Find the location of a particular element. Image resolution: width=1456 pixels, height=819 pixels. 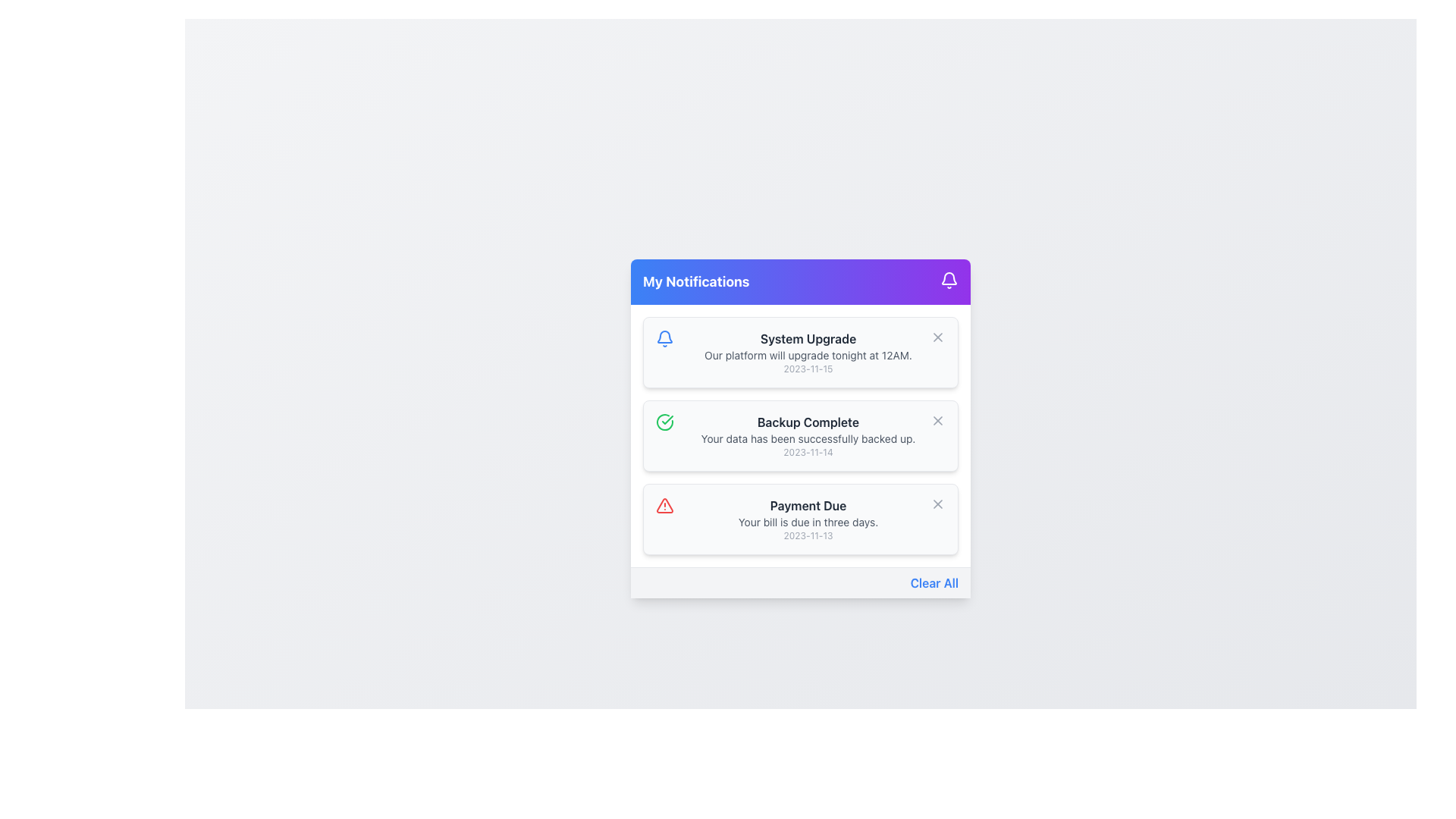

the feedback text indicating that the data backup operation has been successfully completed, located between 'Backup Complete' and the date '2023-11-14' in the notification list under 'My Notifications' is located at coordinates (807, 438).